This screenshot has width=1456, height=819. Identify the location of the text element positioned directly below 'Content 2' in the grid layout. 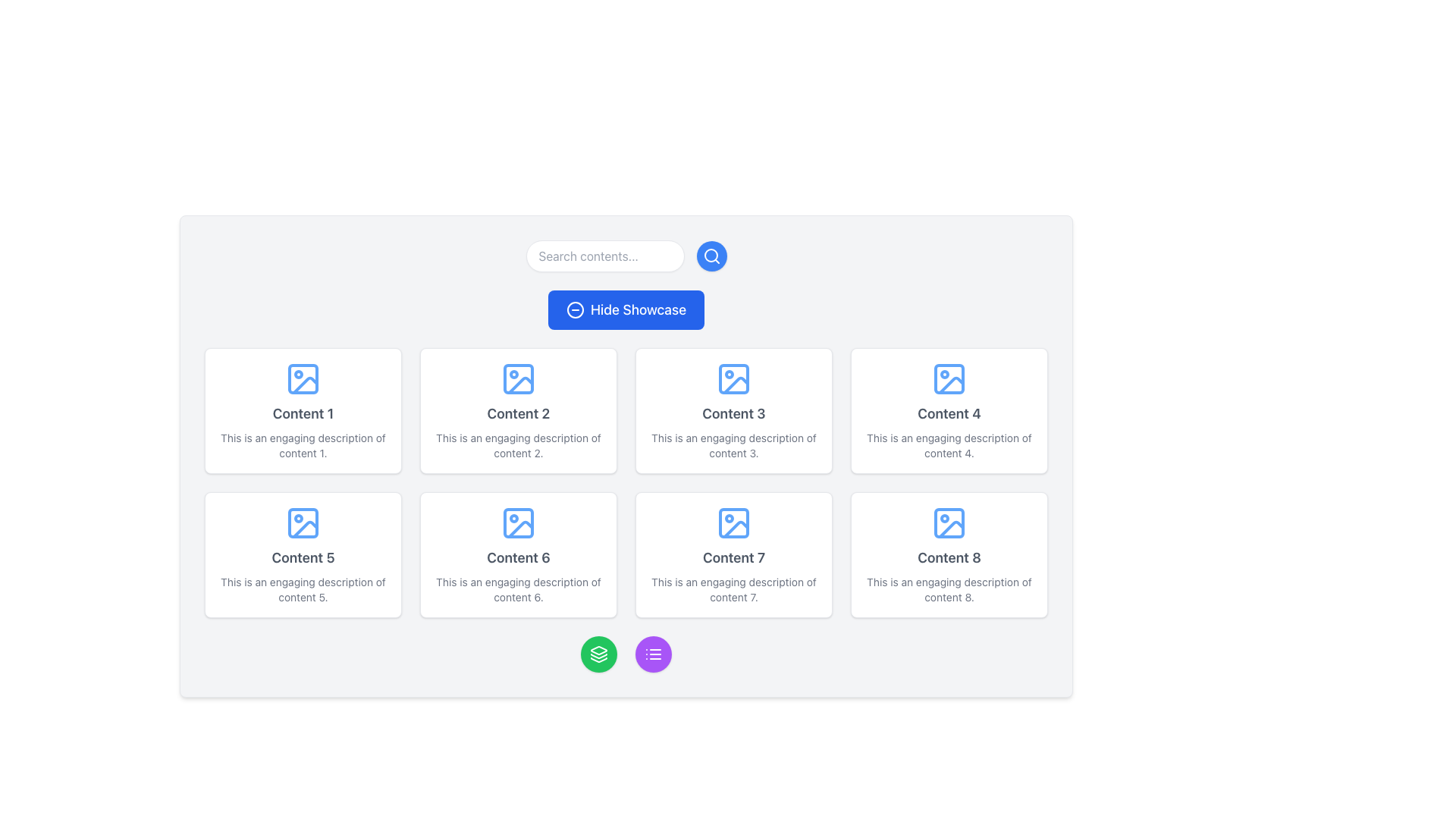
(519, 444).